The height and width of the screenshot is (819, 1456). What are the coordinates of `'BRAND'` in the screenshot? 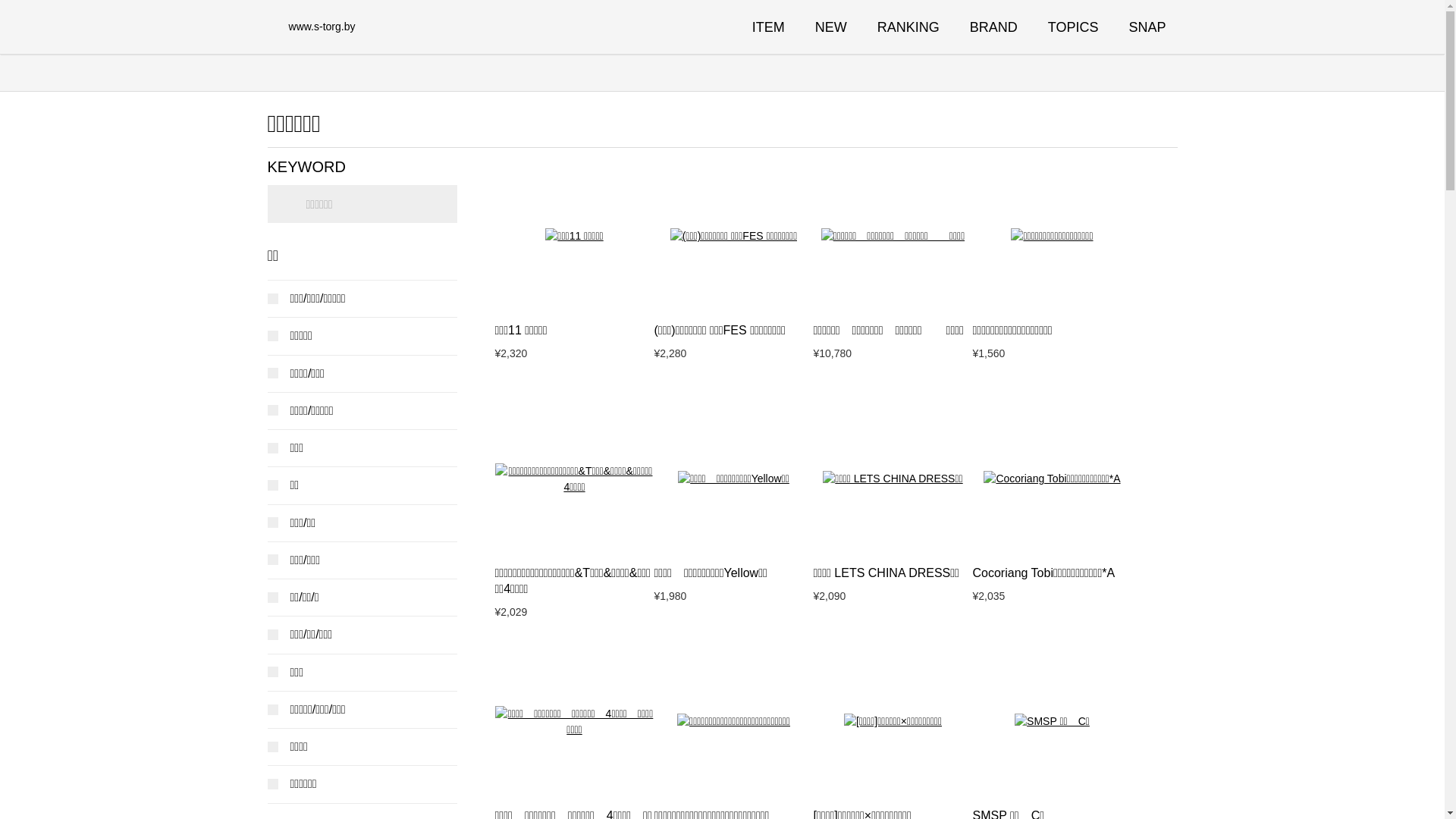 It's located at (993, 27).